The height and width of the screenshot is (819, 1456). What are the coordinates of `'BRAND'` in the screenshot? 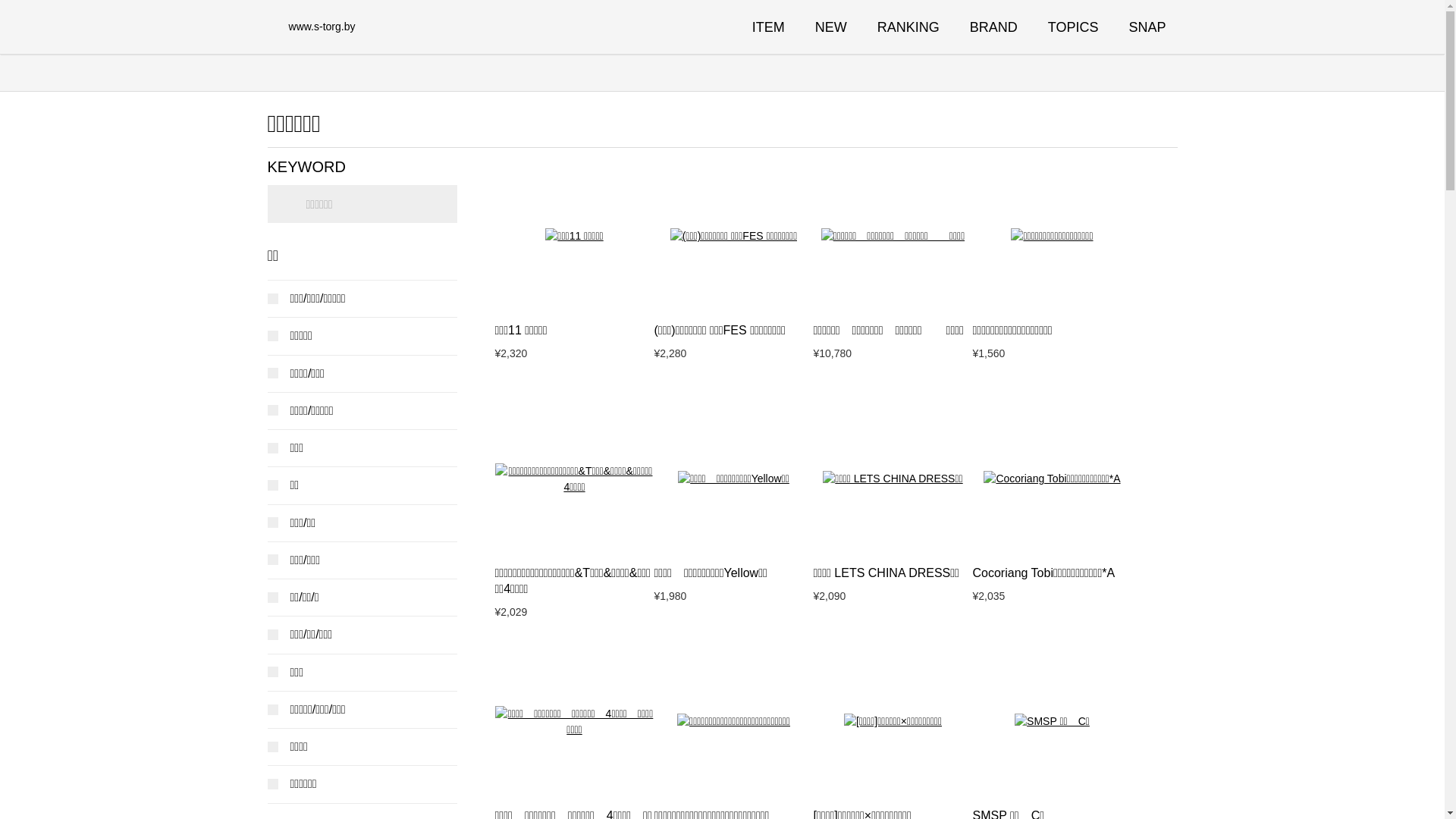 It's located at (993, 27).